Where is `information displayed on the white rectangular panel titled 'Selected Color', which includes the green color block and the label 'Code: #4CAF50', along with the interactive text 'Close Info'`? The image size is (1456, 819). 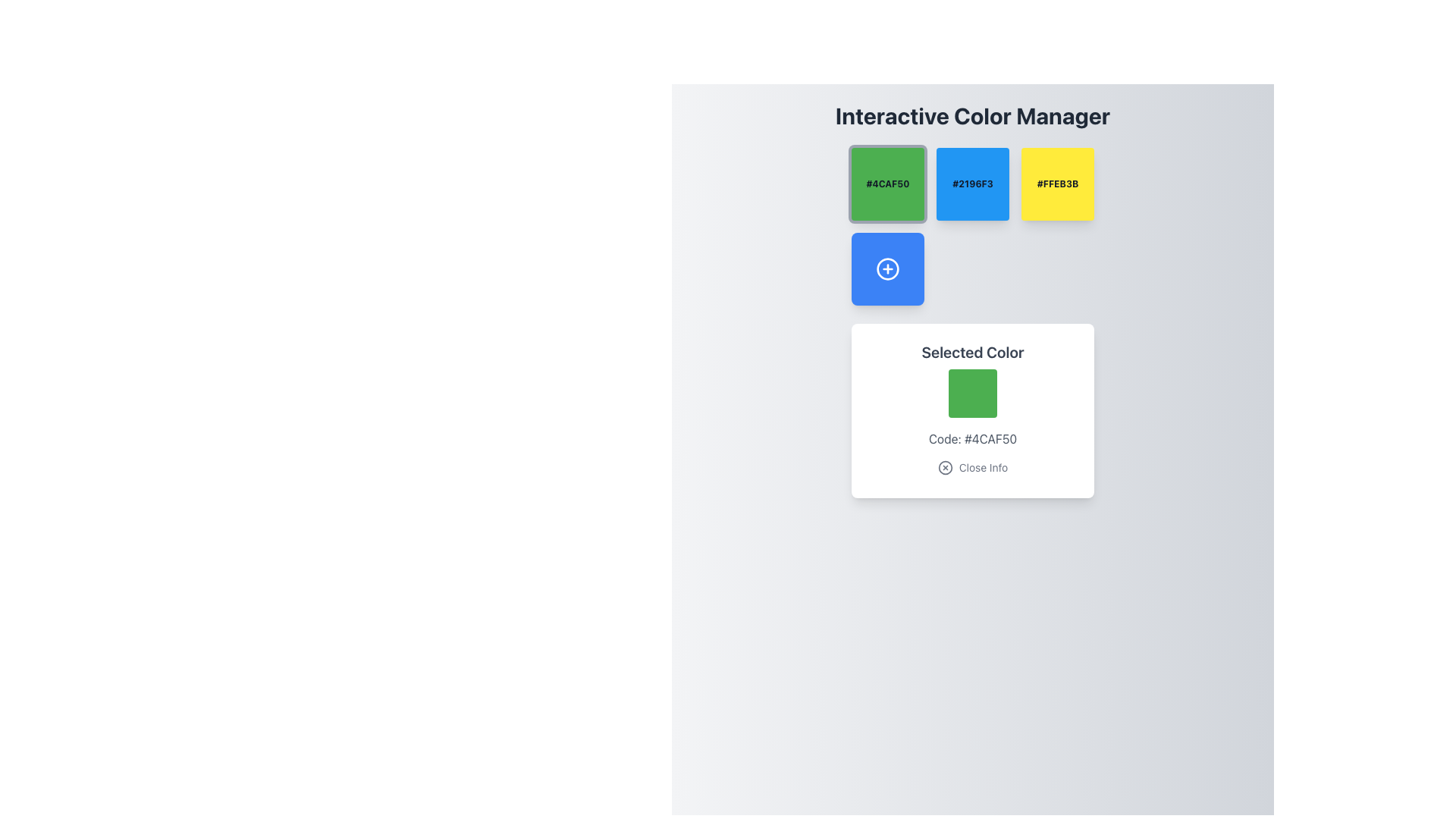 information displayed on the white rectangular panel titled 'Selected Color', which includes the green color block and the label 'Code: #4CAF50', along with the interactive text 'Close Info' is located at coordinates (972, 322).